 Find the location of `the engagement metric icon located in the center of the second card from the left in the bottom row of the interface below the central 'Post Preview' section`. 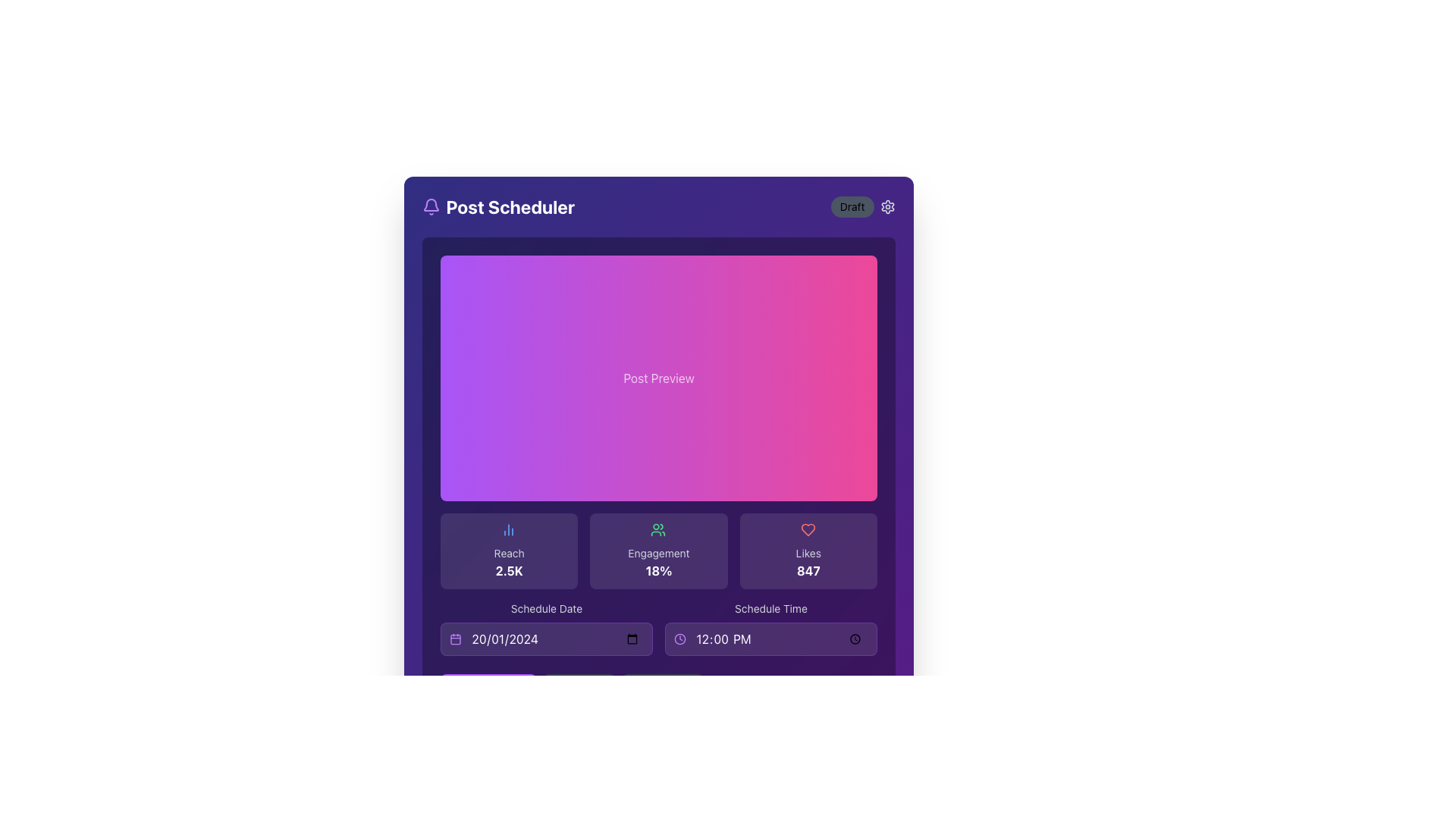

the engagement metric icon located in the center of the second card from the left in the bottom row of the interface below the central 'Post Preview' section is located at coordinates (658, 529).